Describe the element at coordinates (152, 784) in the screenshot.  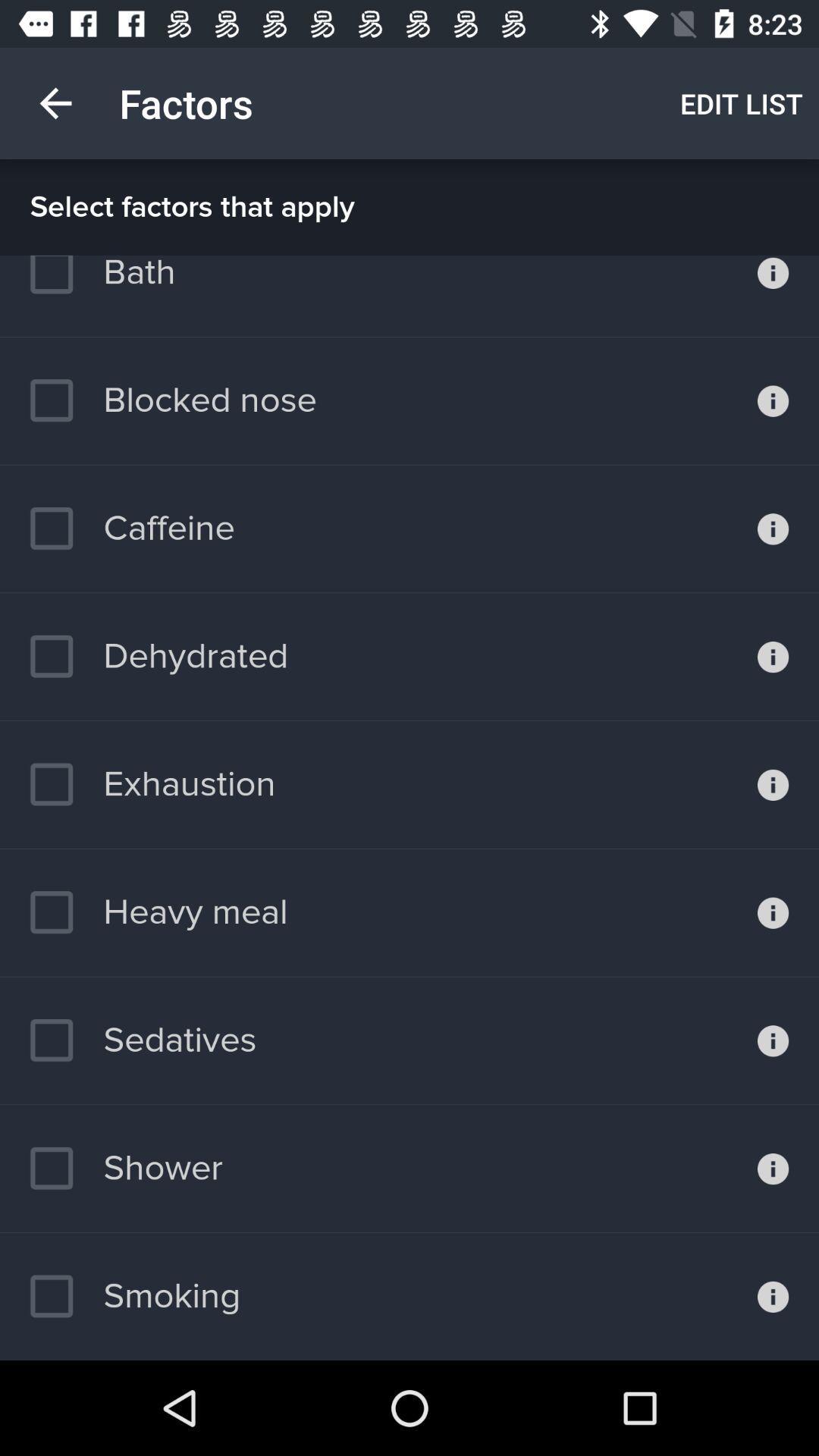
I see `the item below the dehydrated item` at that location.